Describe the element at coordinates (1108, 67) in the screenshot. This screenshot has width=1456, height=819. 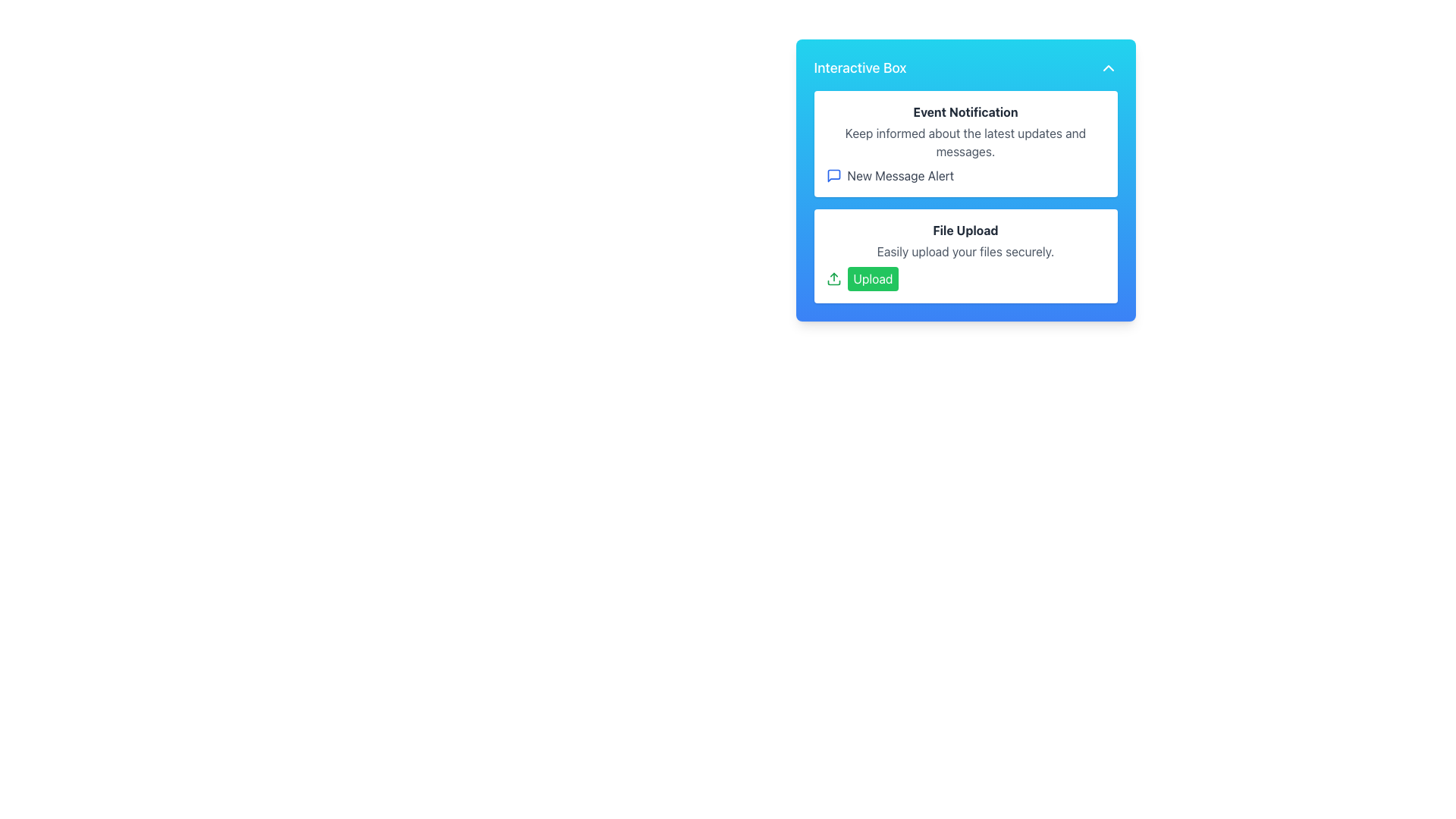
I see `the Chevron toggle button located in the top-right corner of the 'Interactive Box'` at that location.